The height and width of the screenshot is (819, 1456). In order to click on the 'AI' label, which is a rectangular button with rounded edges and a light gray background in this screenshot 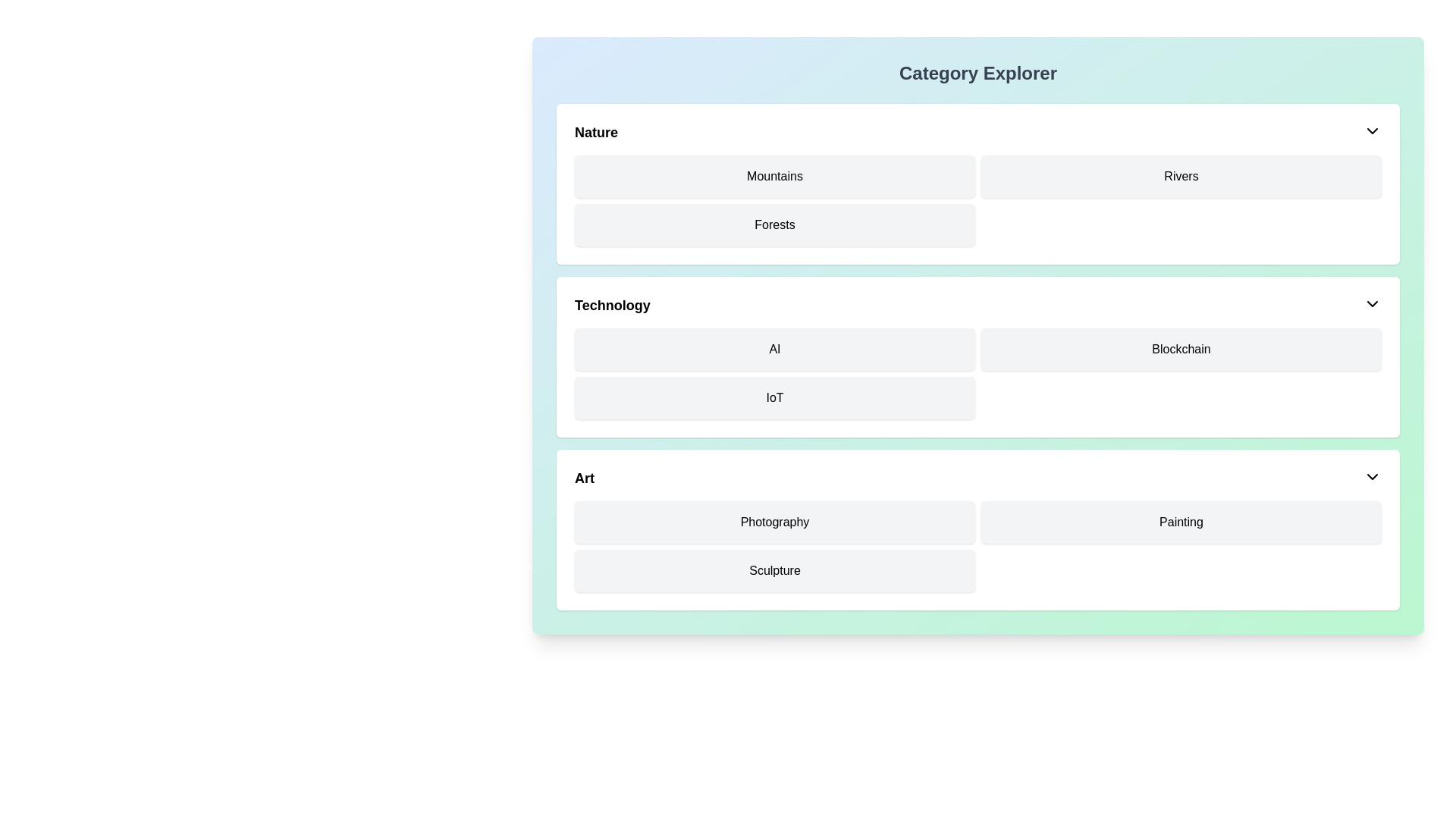, I will do `click(775, 350)`.